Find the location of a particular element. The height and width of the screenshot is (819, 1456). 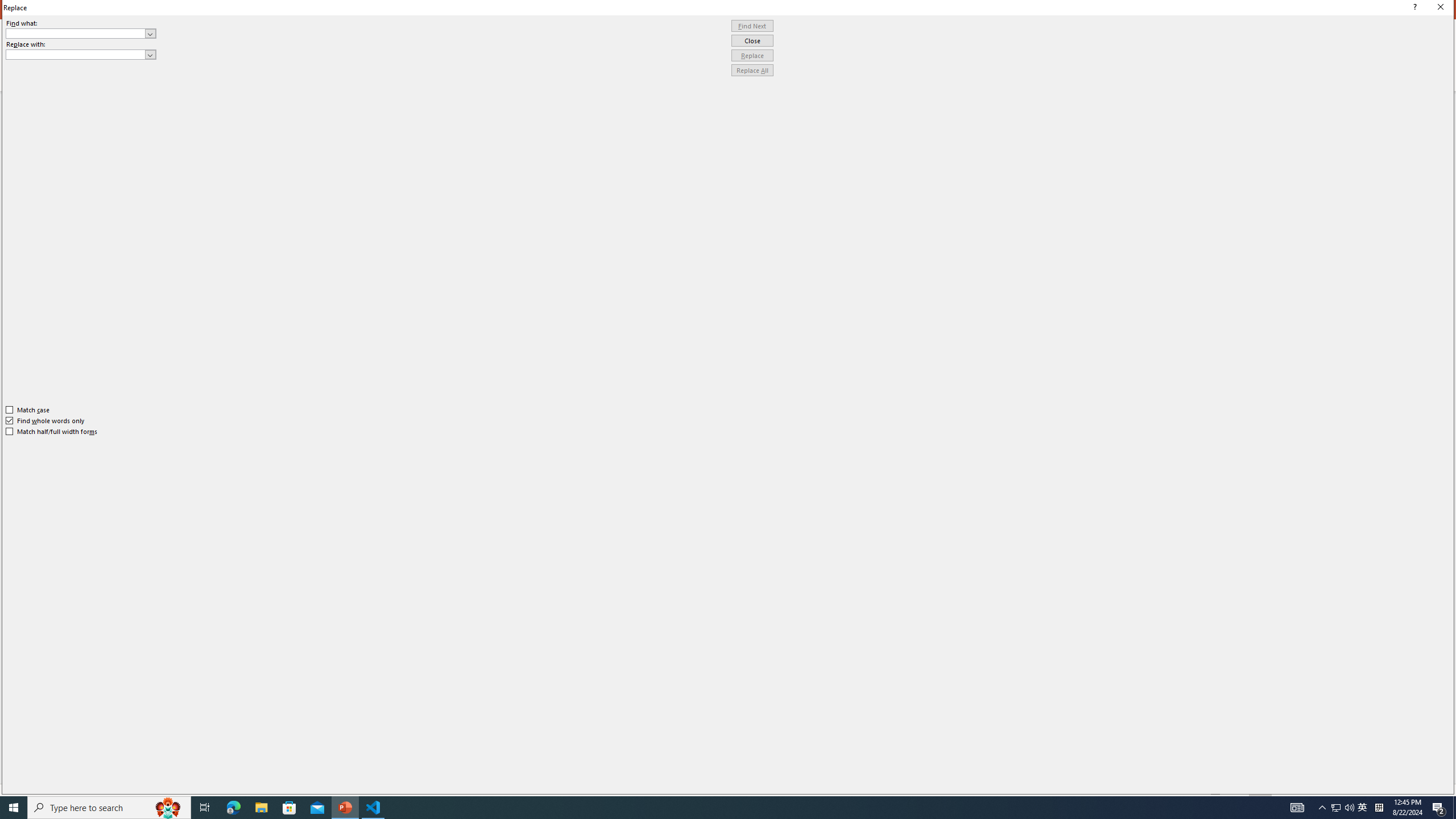

'Replace' is located at coordinates (752, 55).